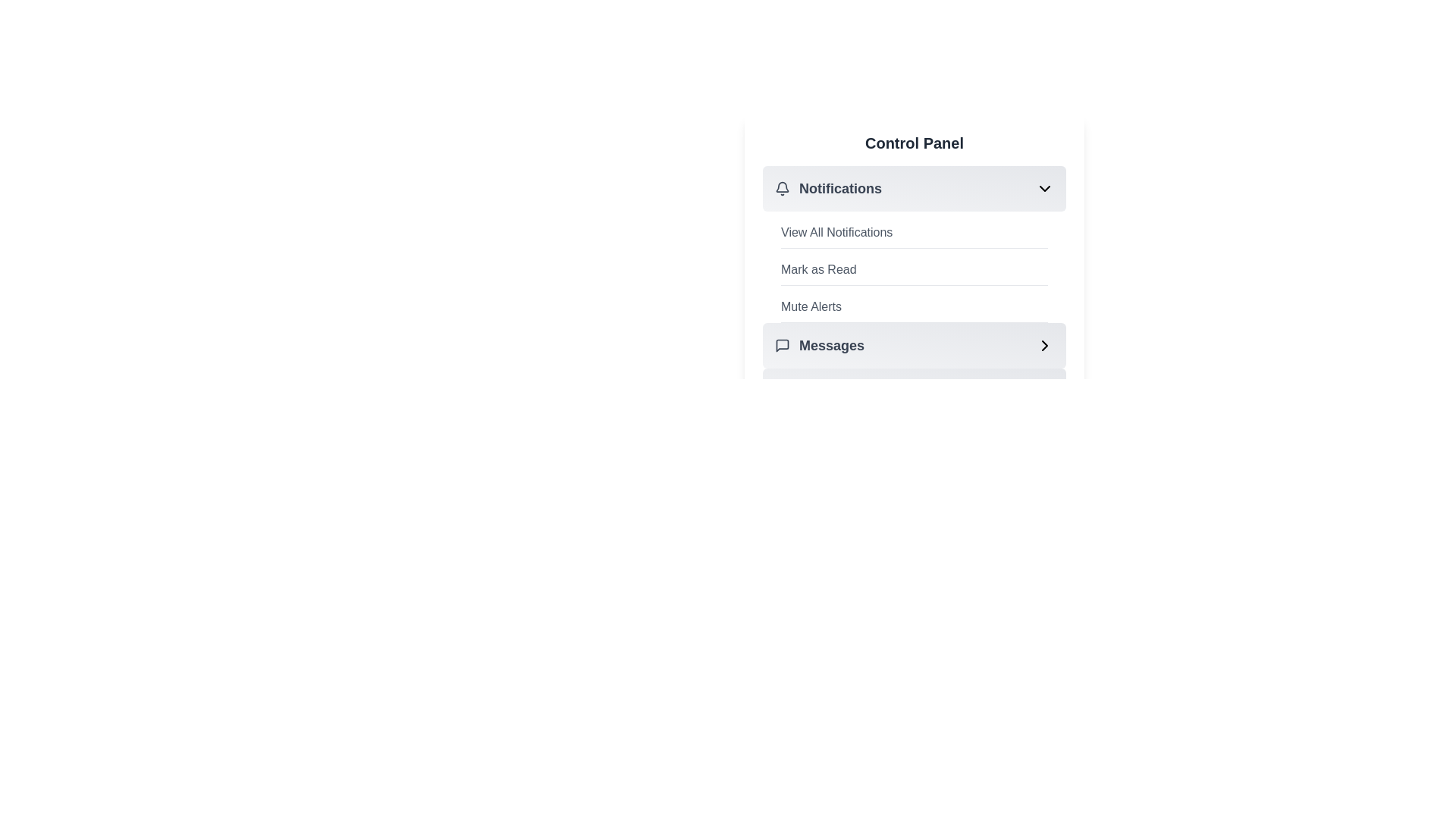 The width and height of the screenshot is (1456, 819). I want to click on the 'Control Panel' static text label, which is styled in bold gray font and positioned at the top of its containing panel, so click(913, 143).